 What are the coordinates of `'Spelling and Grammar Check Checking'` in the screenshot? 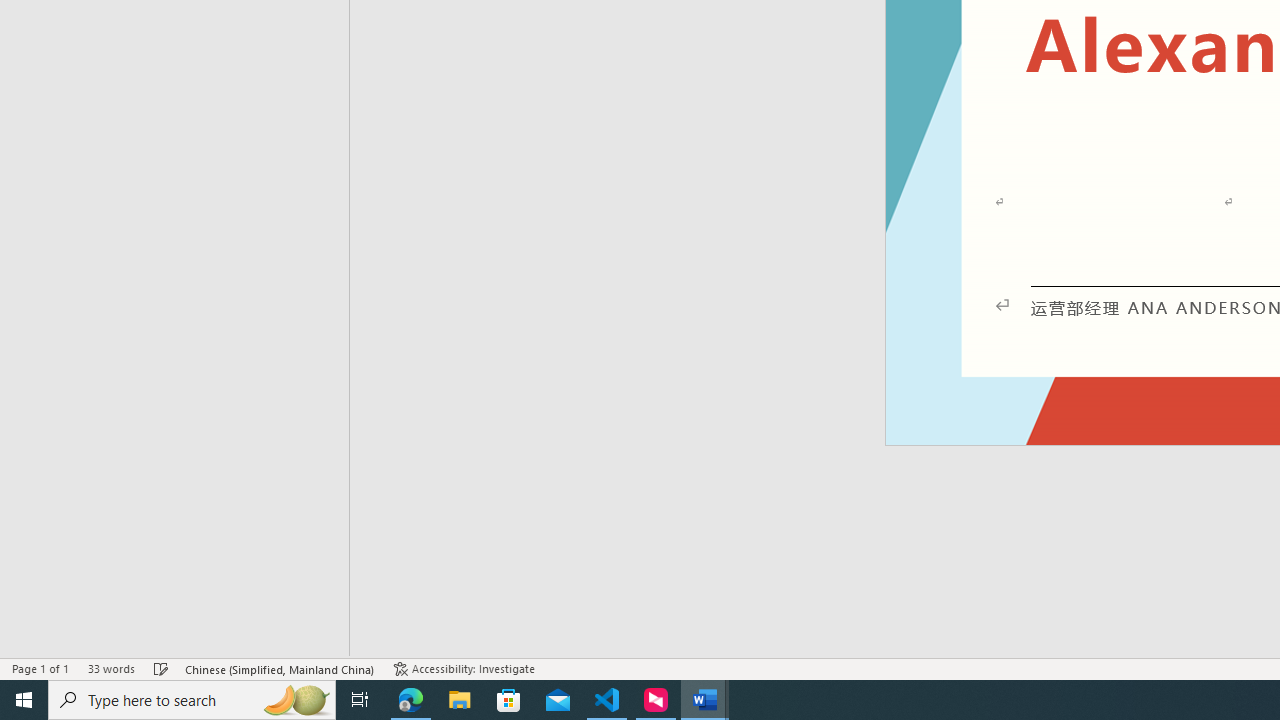 It's located at (161, 669).